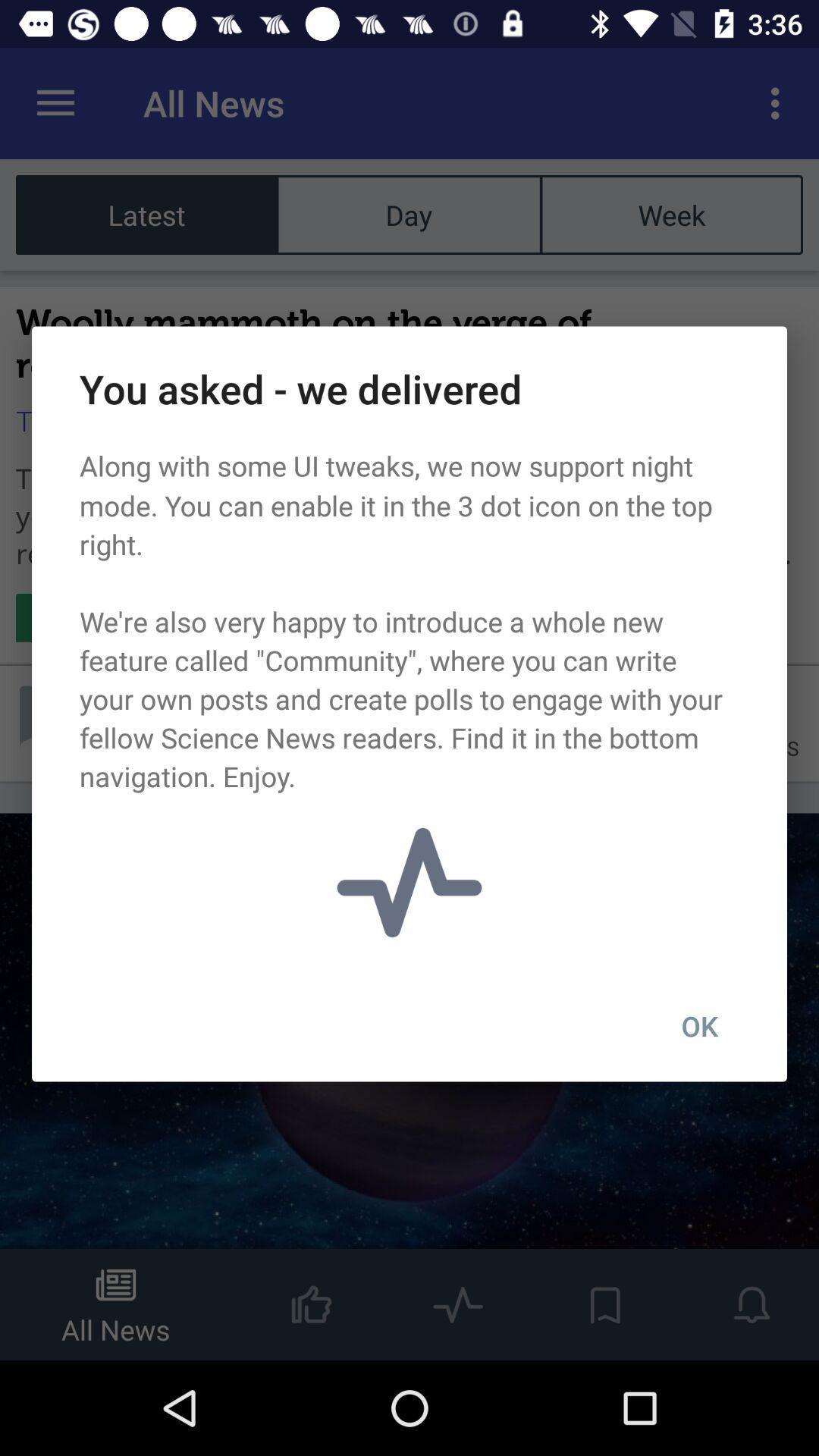  What do you see at coordinates (699, 1026) in the screenshot?
I see `the ok item` at bounding box center [699, 1026].